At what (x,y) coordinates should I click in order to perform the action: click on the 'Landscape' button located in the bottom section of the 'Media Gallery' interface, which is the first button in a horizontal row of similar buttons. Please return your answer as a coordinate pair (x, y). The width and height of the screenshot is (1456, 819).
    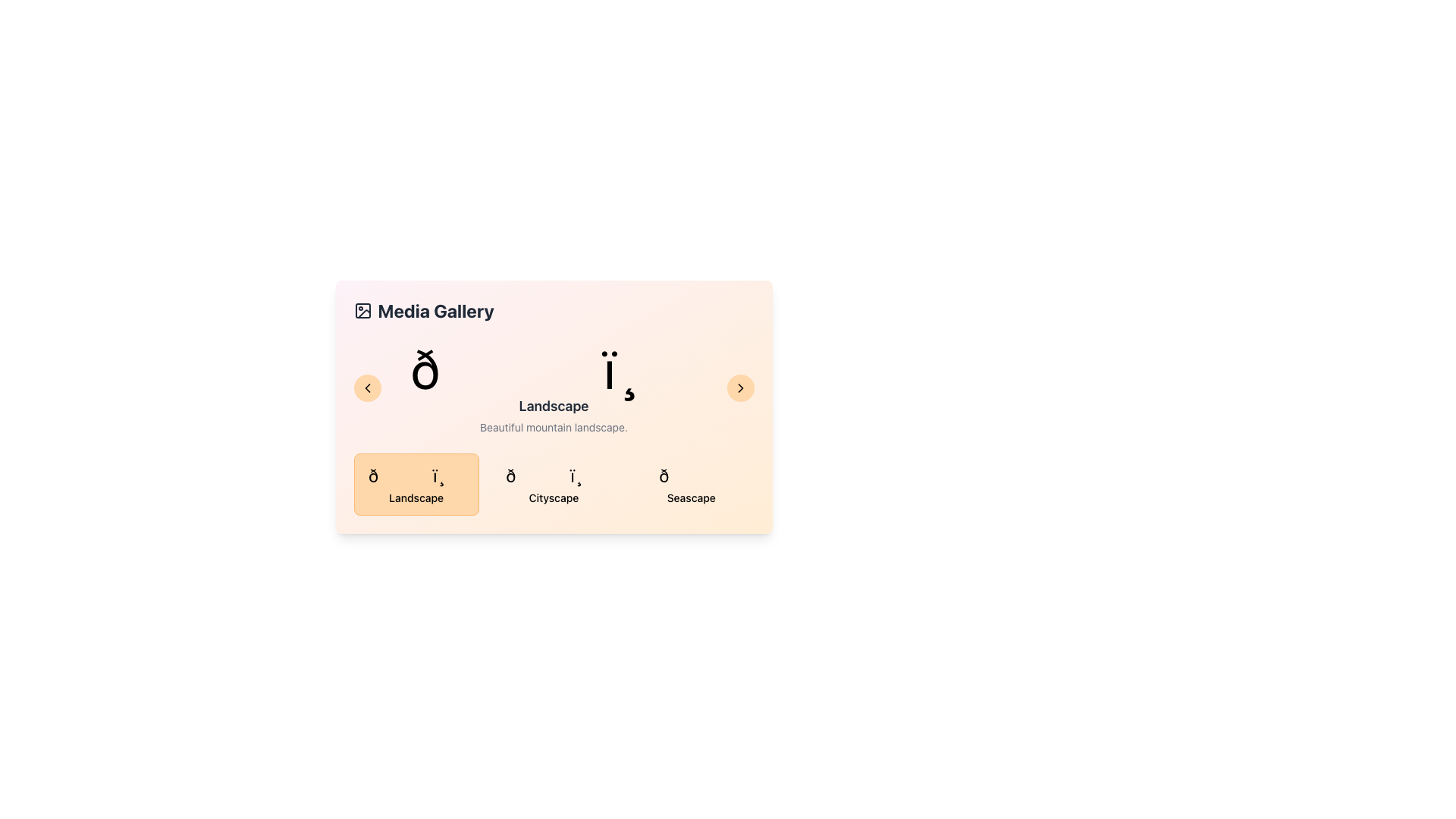
    Looking at the image, I should click on (416, 497).